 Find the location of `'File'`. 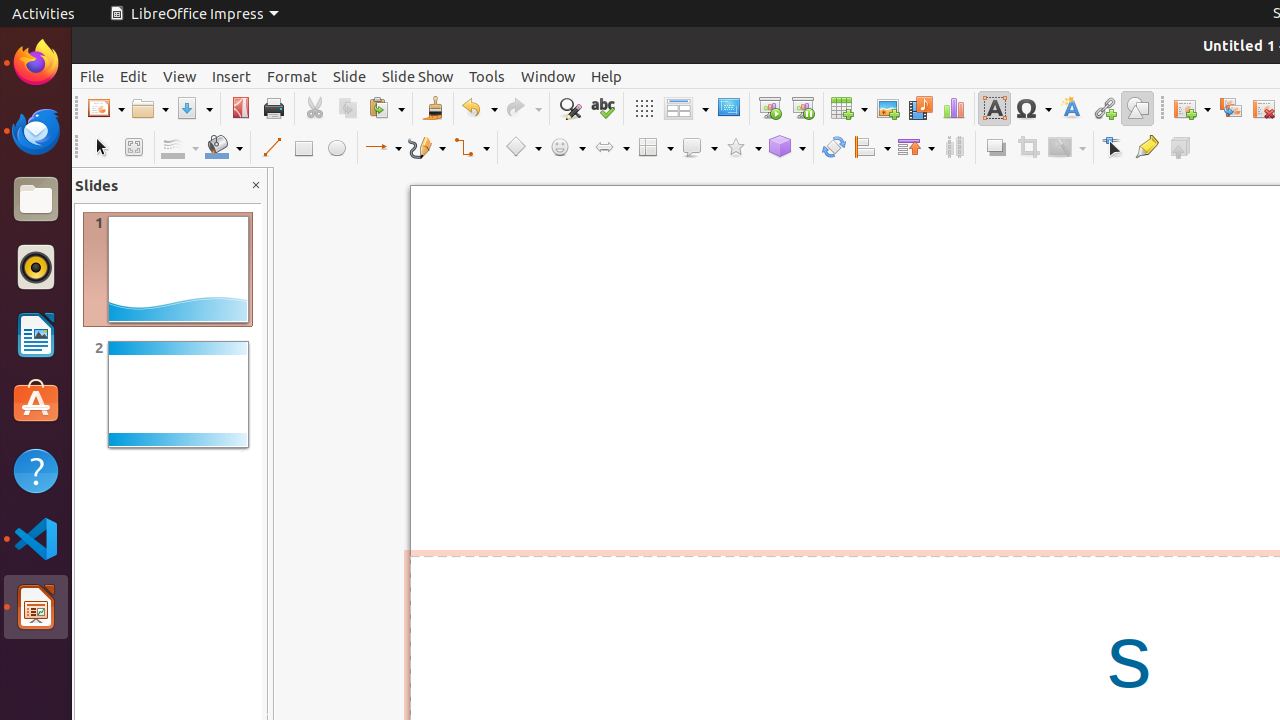

'File' is located at coordinates (91, 75).